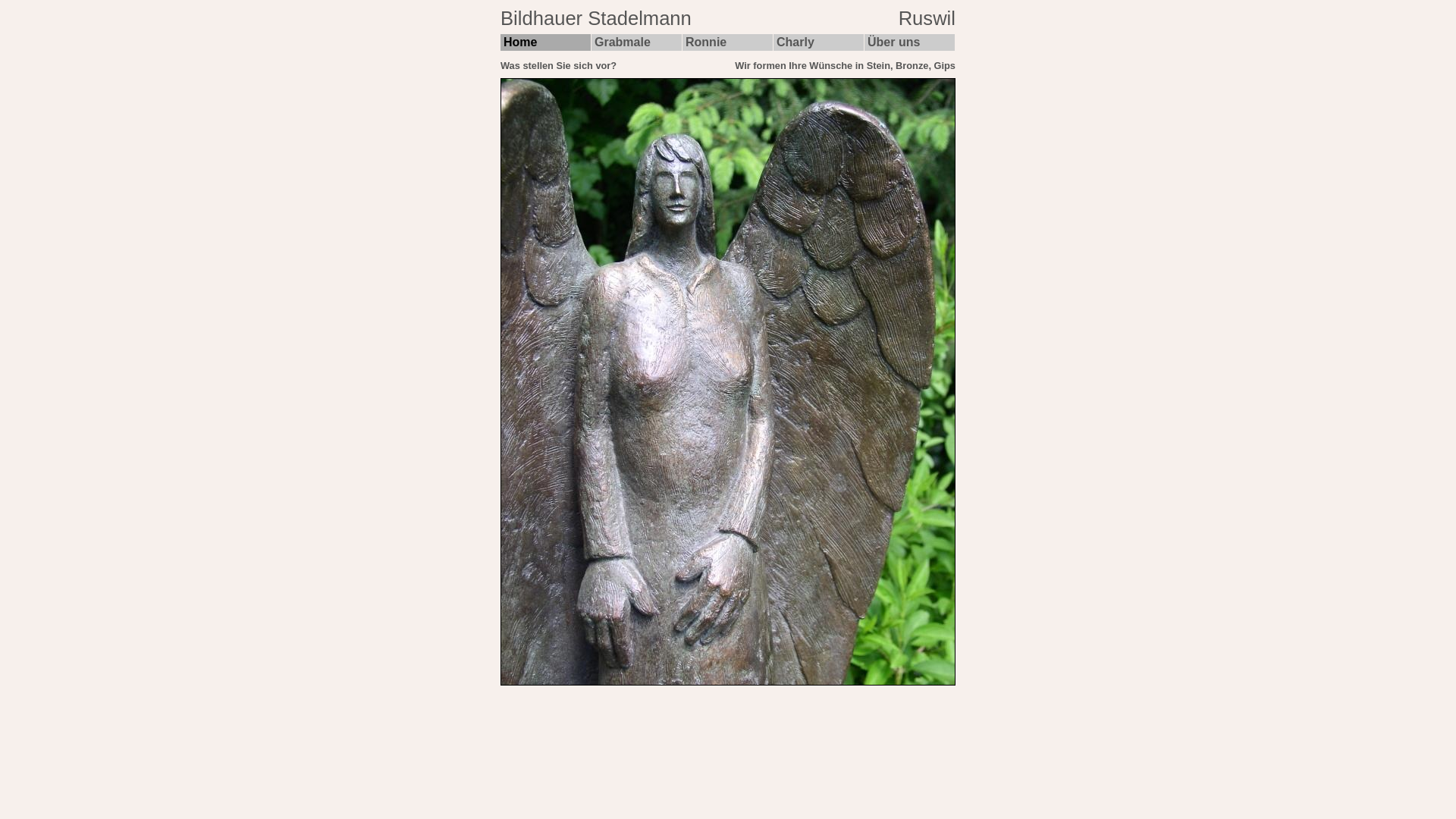 Image resolution: width=1456 pixels, height=819 pixels. I want to click on 'Bildhauer Stadelmann, so click(728, 20).